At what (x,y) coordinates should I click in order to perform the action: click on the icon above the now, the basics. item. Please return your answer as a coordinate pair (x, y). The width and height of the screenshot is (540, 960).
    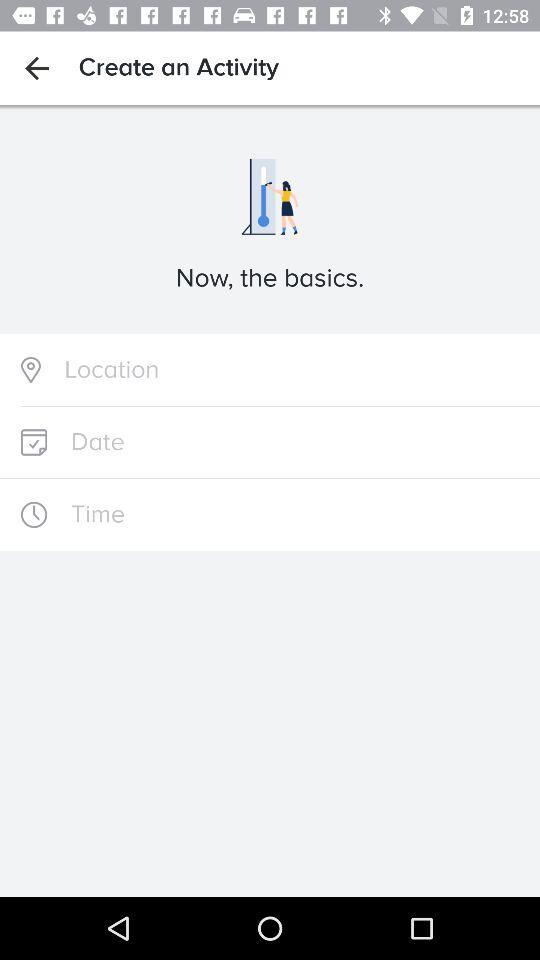
    Looking at the image, I should click on (36, 68).